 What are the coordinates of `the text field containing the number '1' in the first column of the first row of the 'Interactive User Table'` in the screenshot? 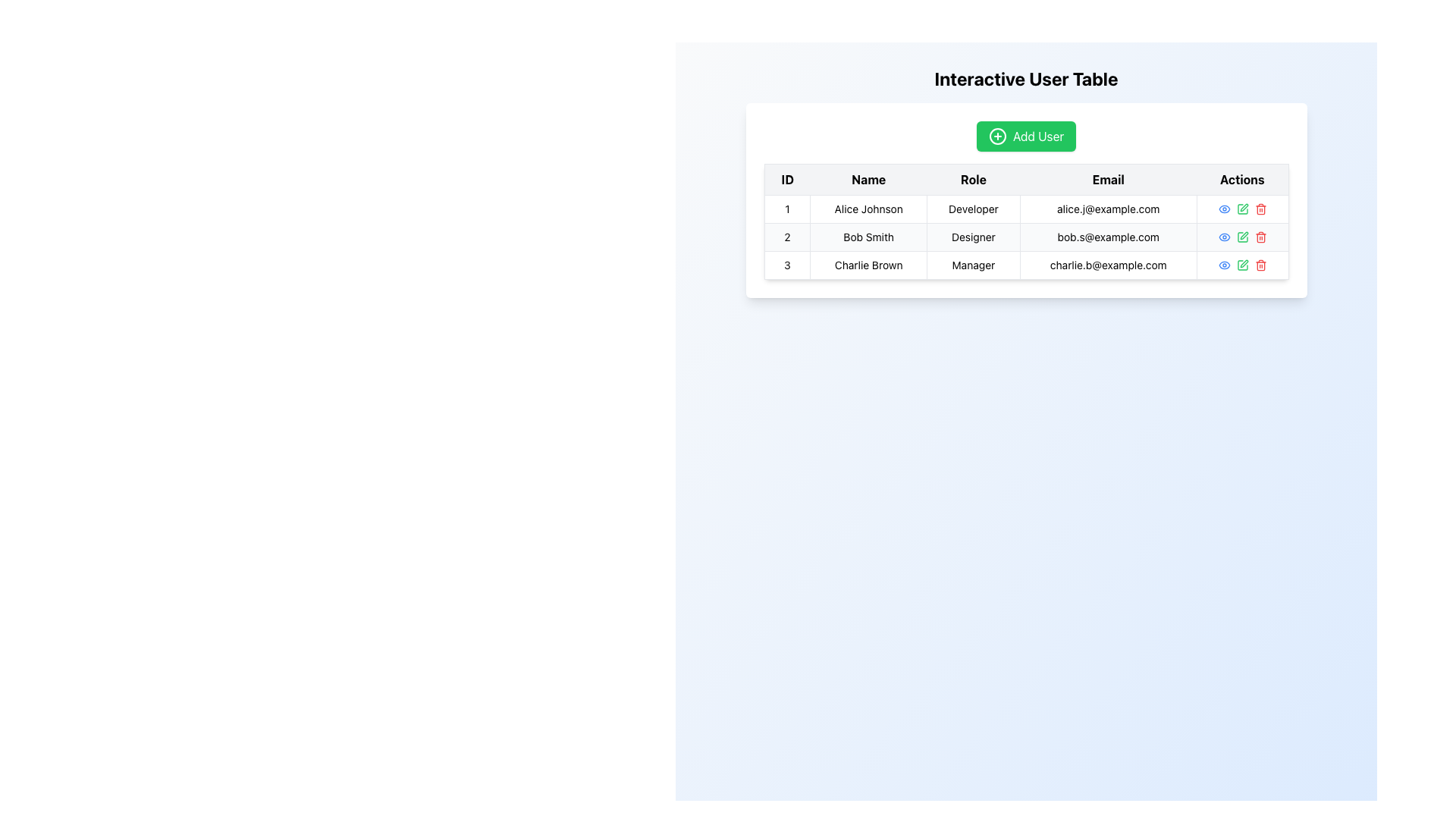 It's located at (787, 209).